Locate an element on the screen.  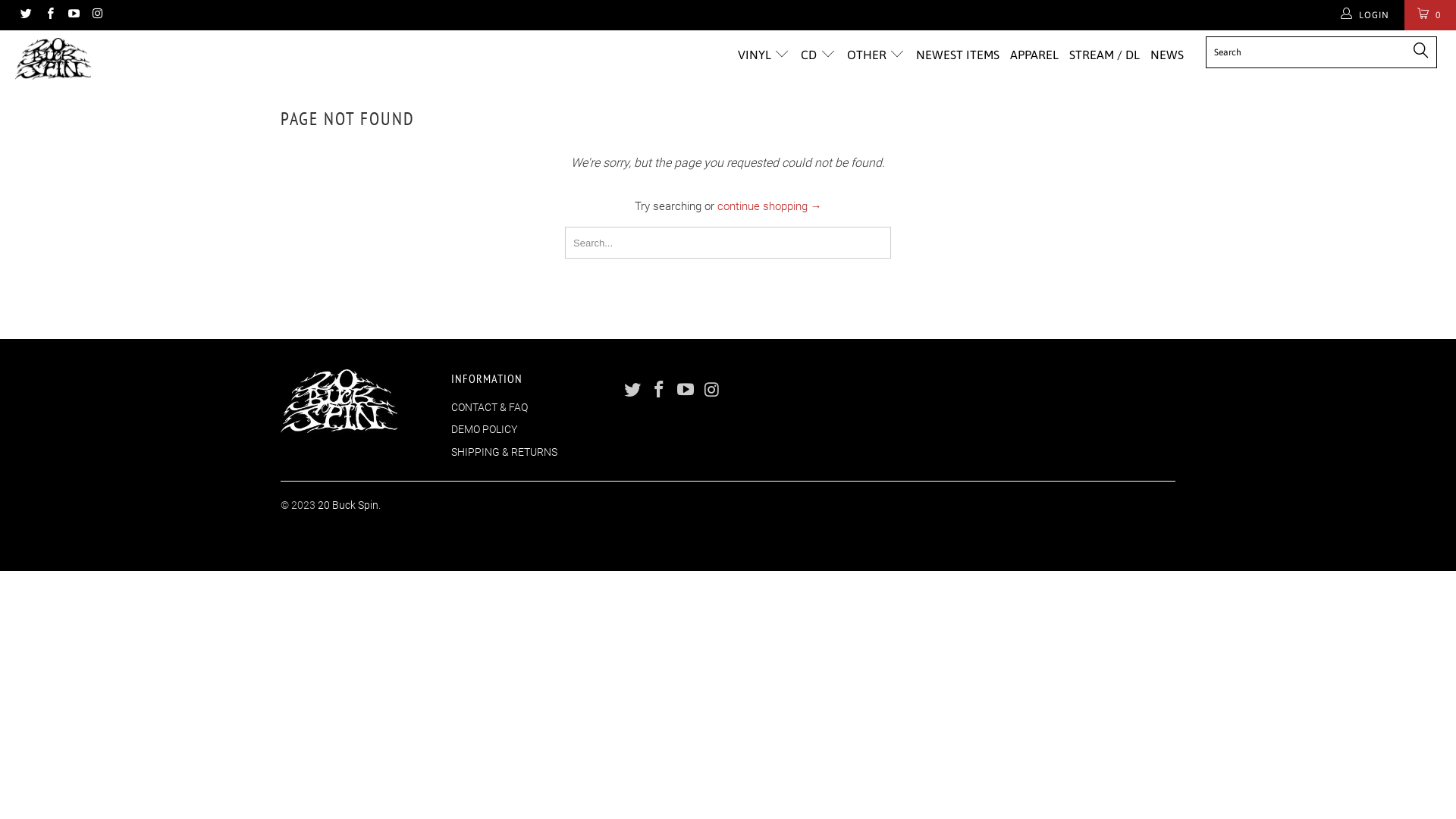
'20 Buck Spin' is located at coordinates (124, 58).